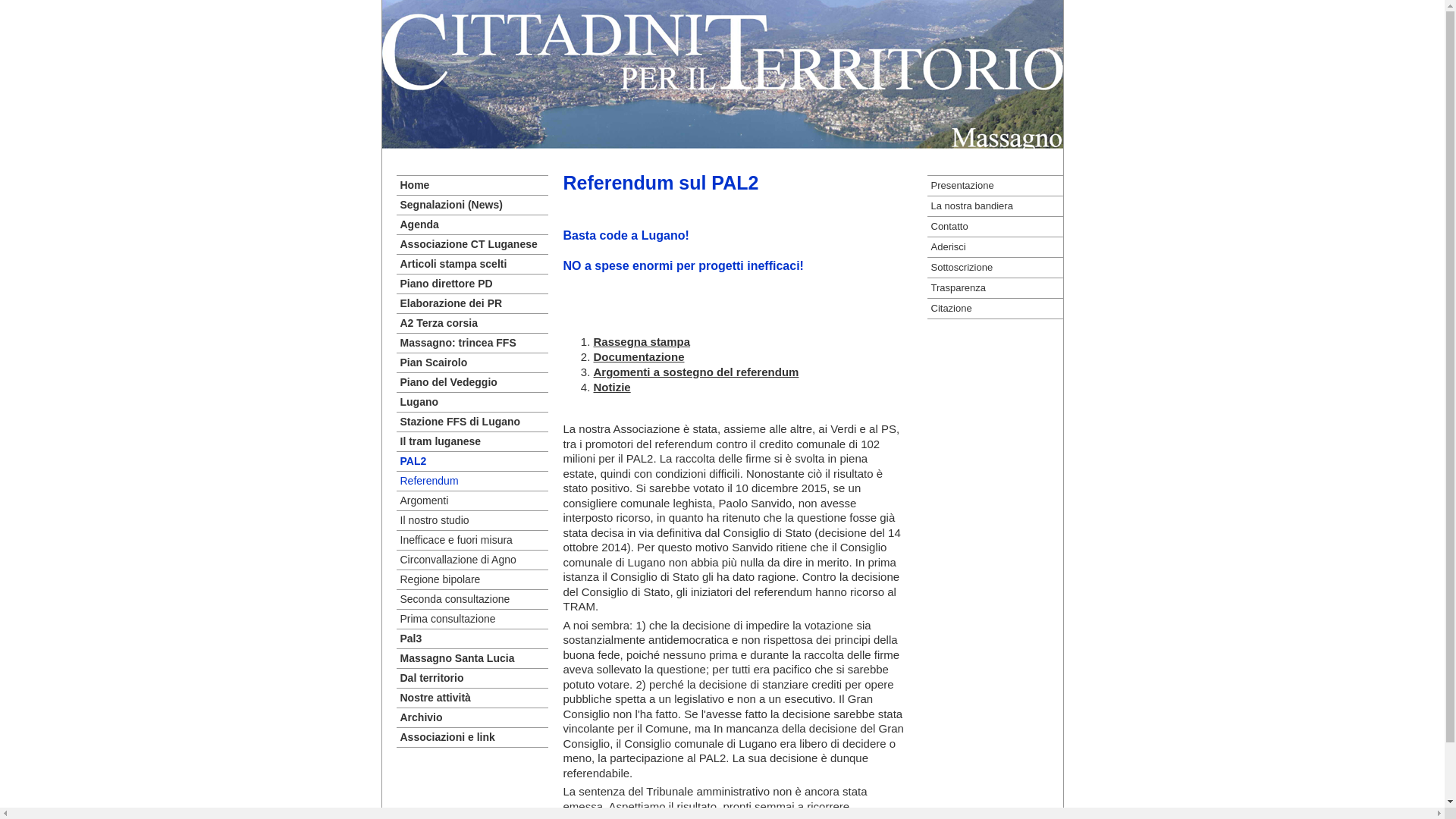 The image size is (1456, 819). What do you see at coordinates (471, 579) in the screenshot?
I see `'Regione bipolare'` at bounding box center [471, 579].